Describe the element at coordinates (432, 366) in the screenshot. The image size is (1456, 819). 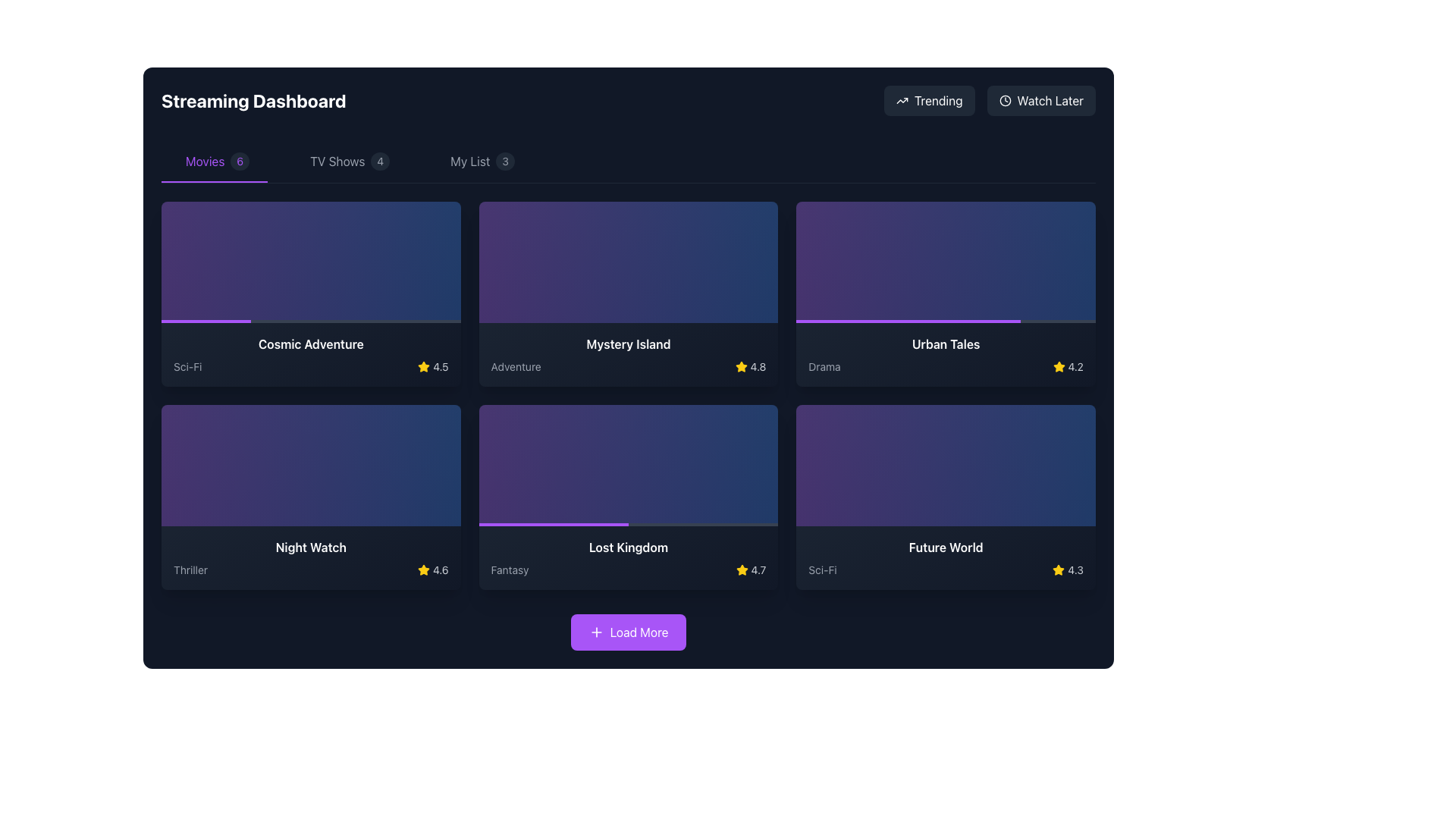
I see `the yellow star icon displaying the rating '4.5' in the top right corner of the 'Cosmic Adventure' card in the 'Movies' section` at that location.